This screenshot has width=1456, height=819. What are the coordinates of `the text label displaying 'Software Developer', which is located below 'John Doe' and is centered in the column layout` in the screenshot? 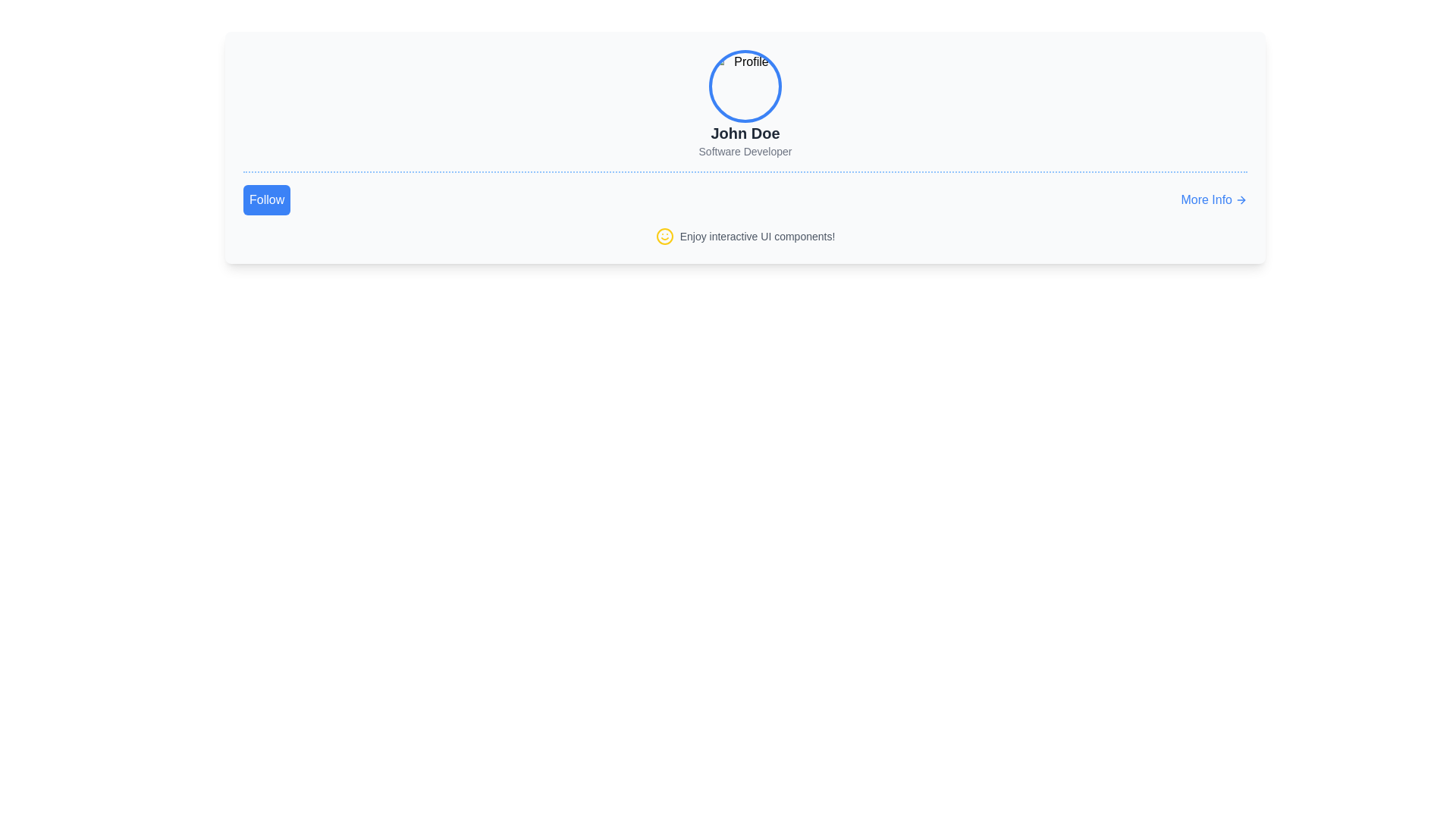 It's located at (745, 152).